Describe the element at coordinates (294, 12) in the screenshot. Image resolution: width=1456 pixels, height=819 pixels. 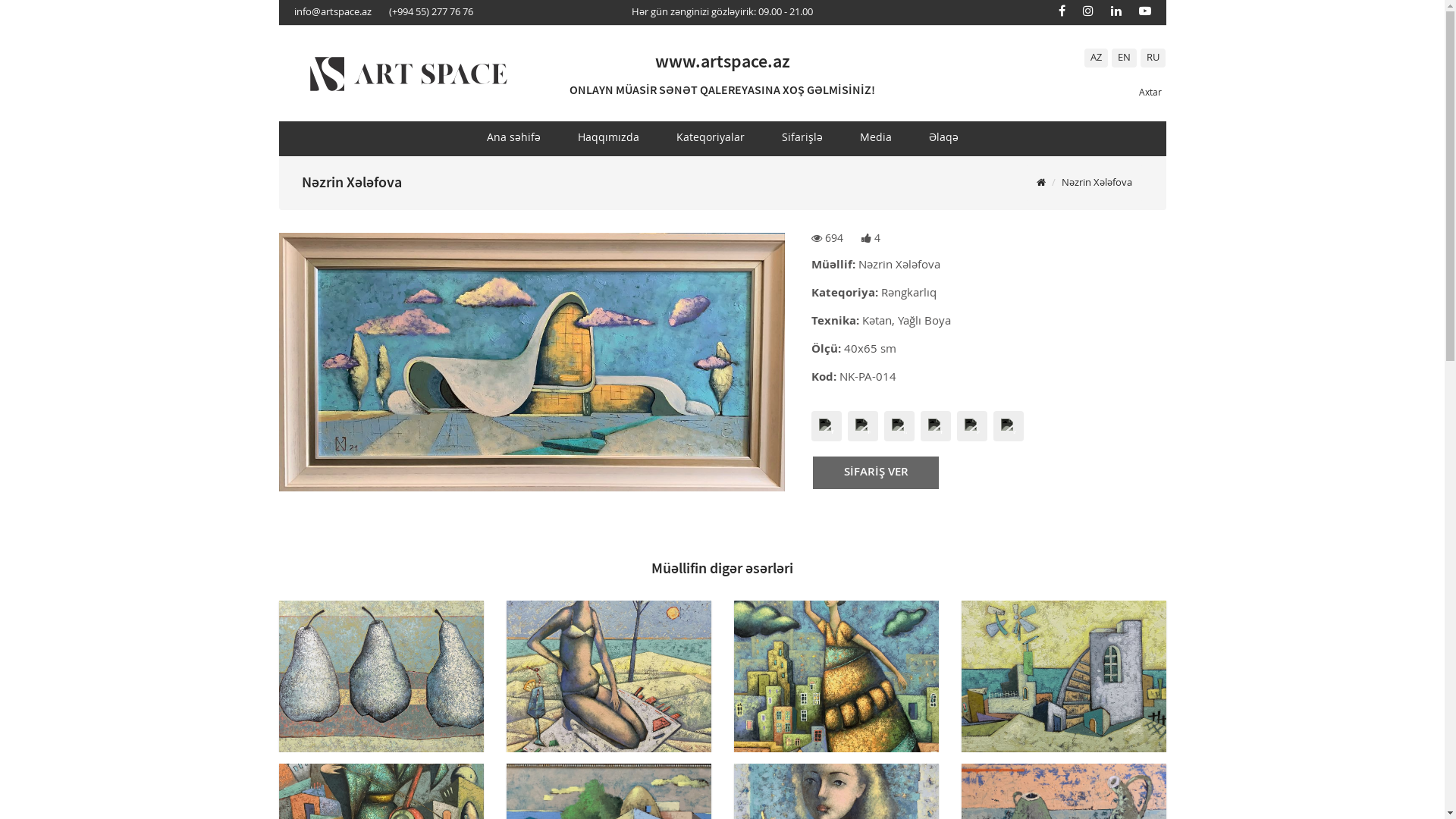
I see `'info@artspace.az'` at that location.